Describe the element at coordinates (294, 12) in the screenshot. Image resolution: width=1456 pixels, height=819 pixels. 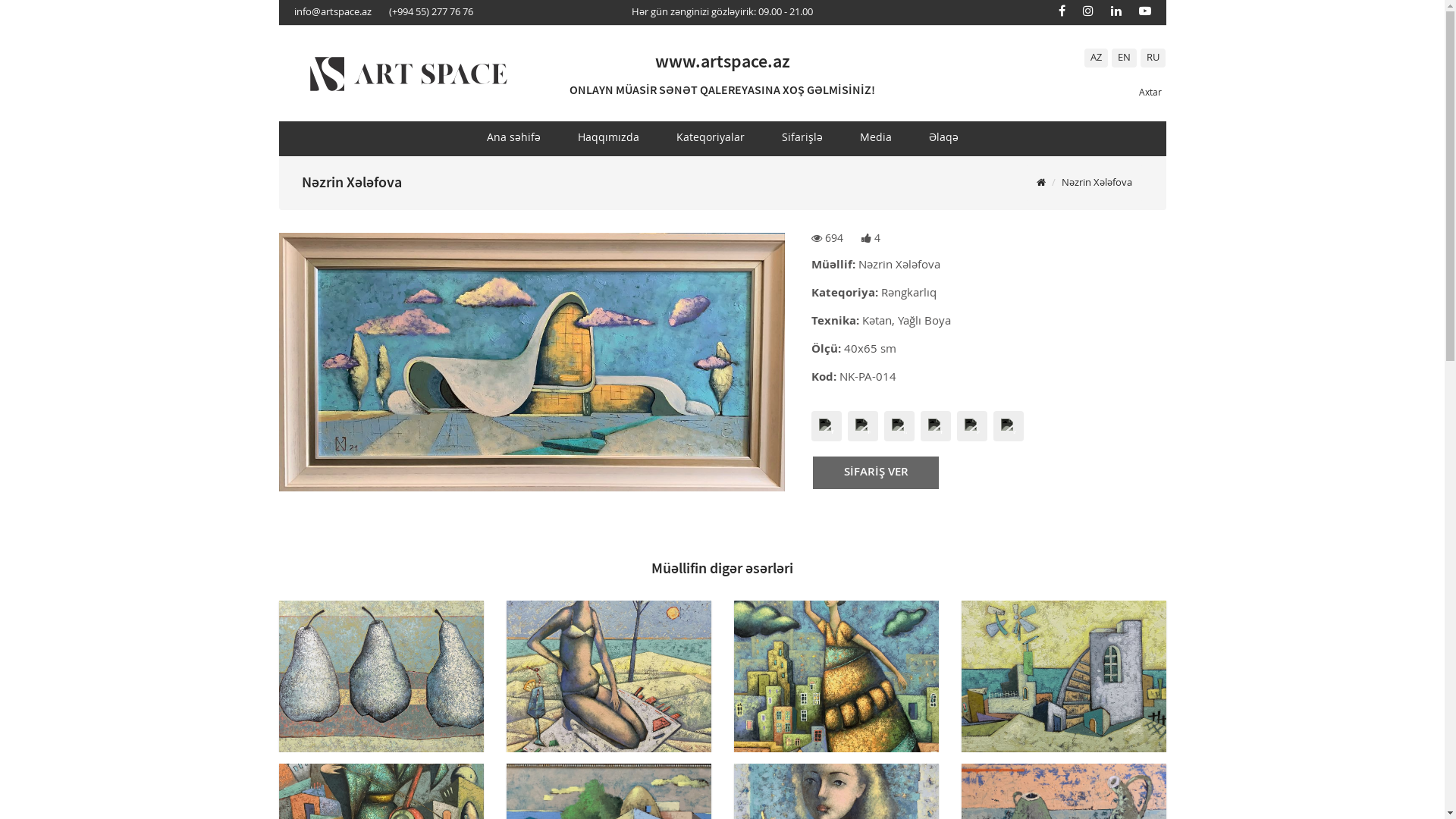
I see `'info@artspace.az'` at that location.